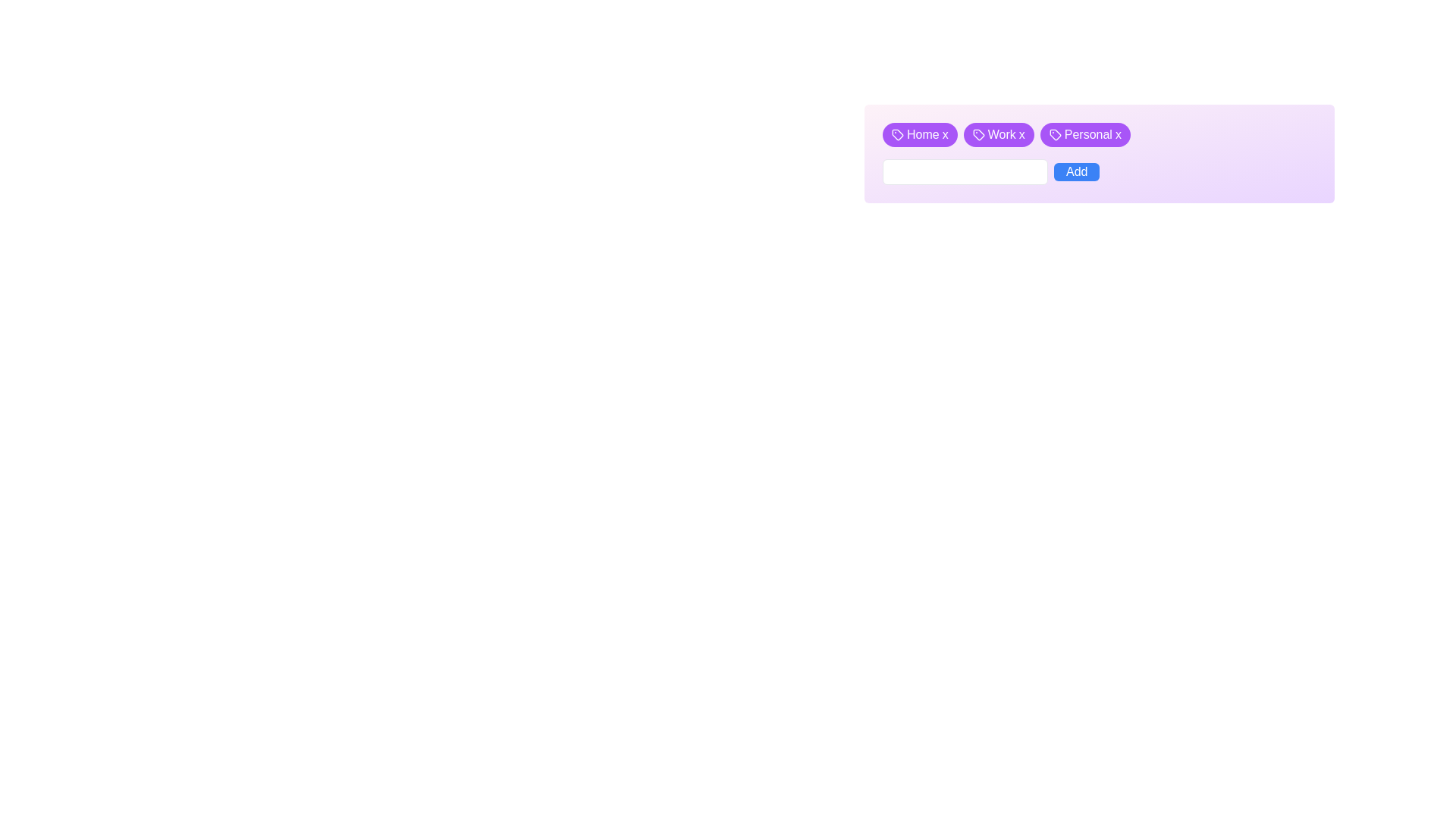 This screenshot has height=819, width=1456. I want to click on the text label 'Work' which is styled in white text on a purple background, located within the second tag from the left at the top of the UI, so click(1002, 133).